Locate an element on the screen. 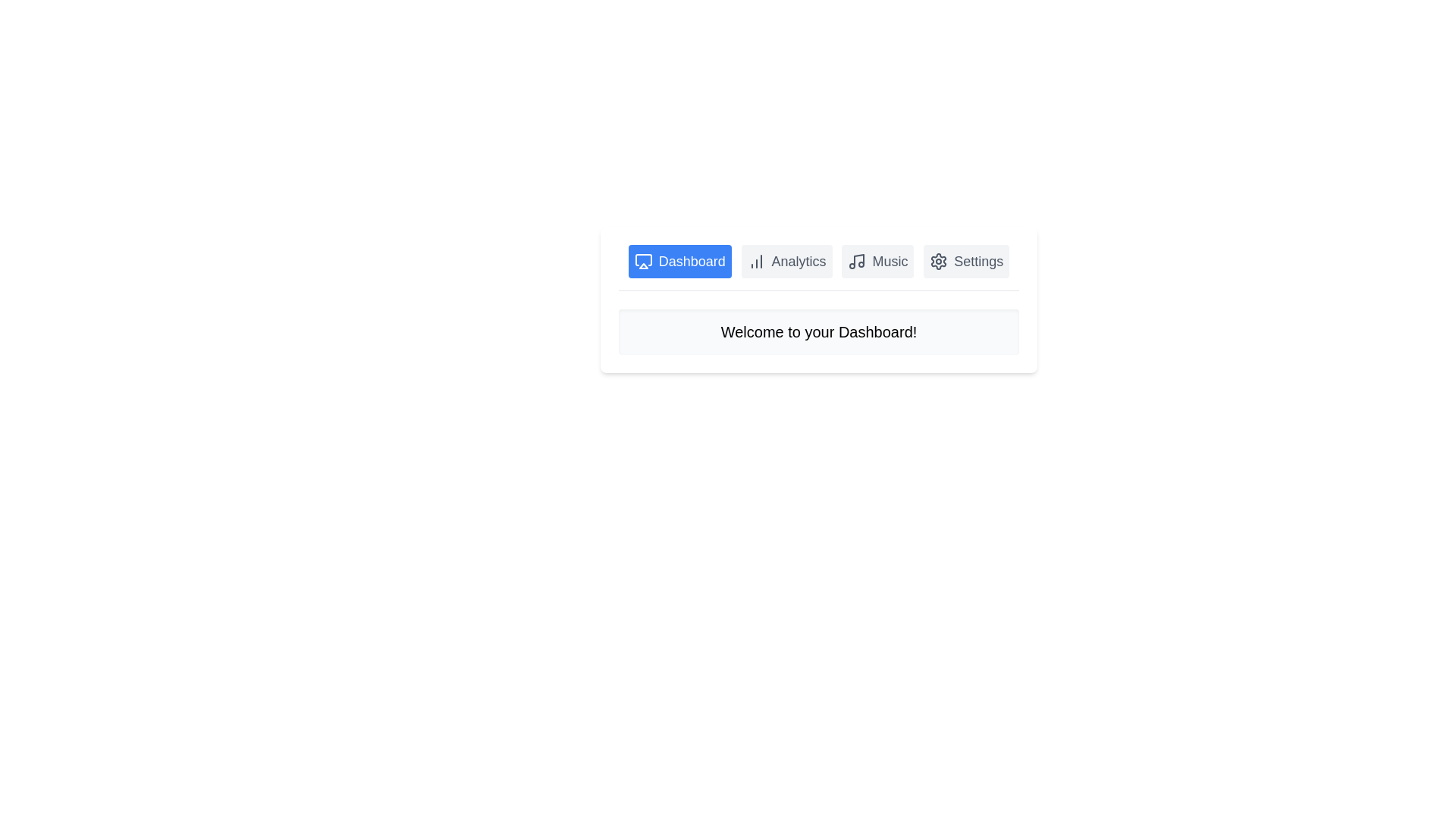 The width and height of the screenshot is (1456, 819). the music note icon located inside the 'Music' button in the navigation bar, which is the third button from the left, positioned between 'Analytics' and 'Settings' is located at coordinates (857, 260).